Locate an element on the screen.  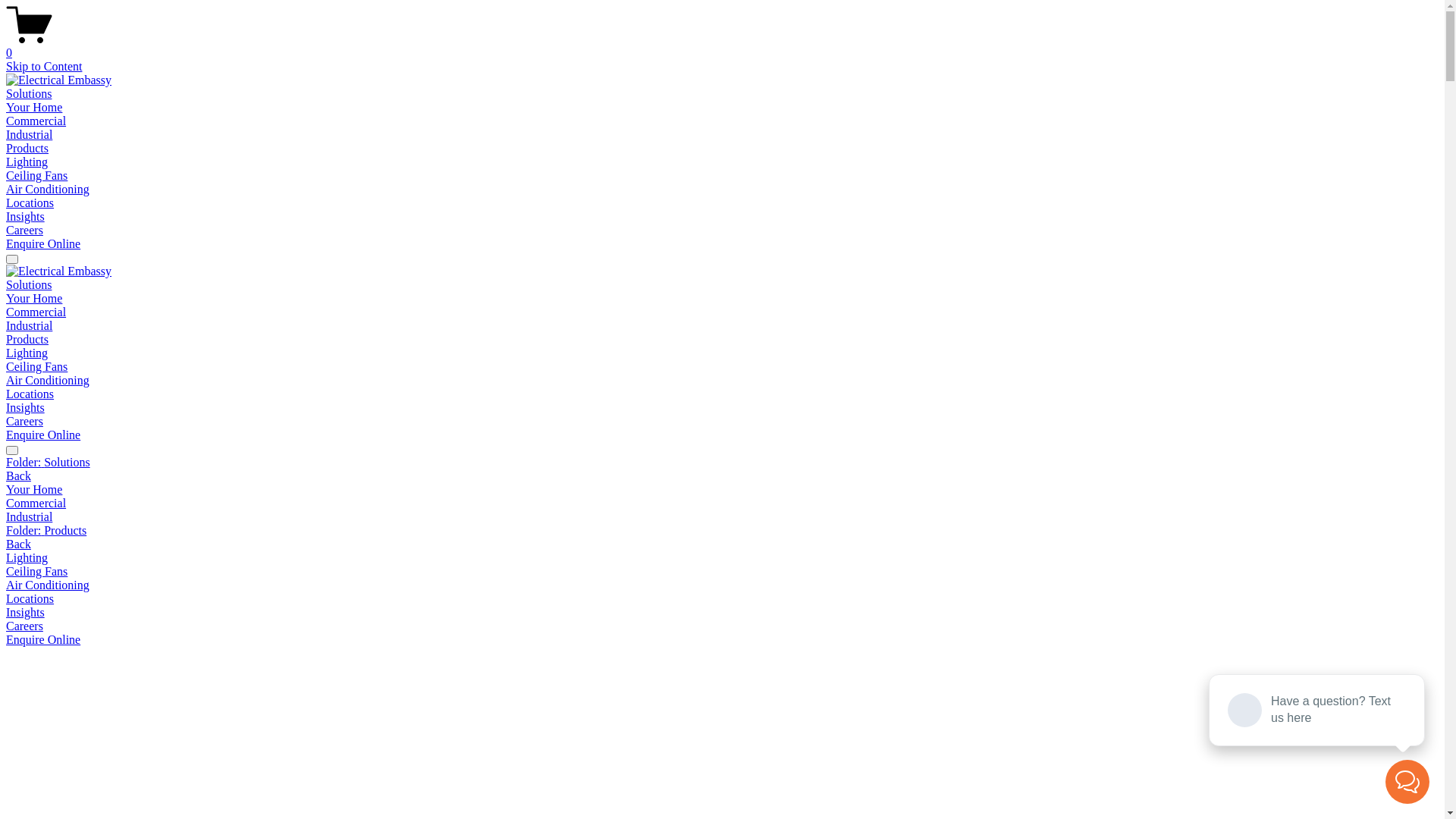
'Industrial' is located at coordinates (29, 133).